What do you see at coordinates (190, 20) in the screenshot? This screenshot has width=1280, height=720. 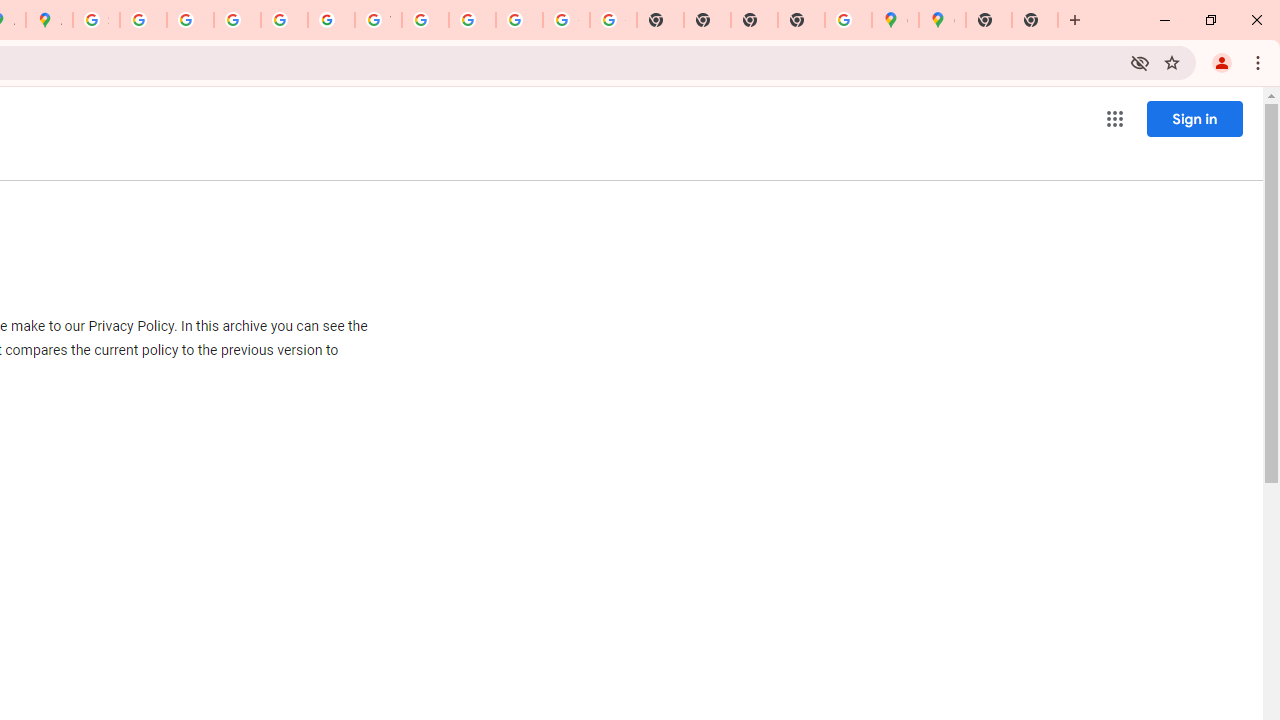 I see `'Privacy Help Center - Policies Help'` at bounding box center [190, 20].